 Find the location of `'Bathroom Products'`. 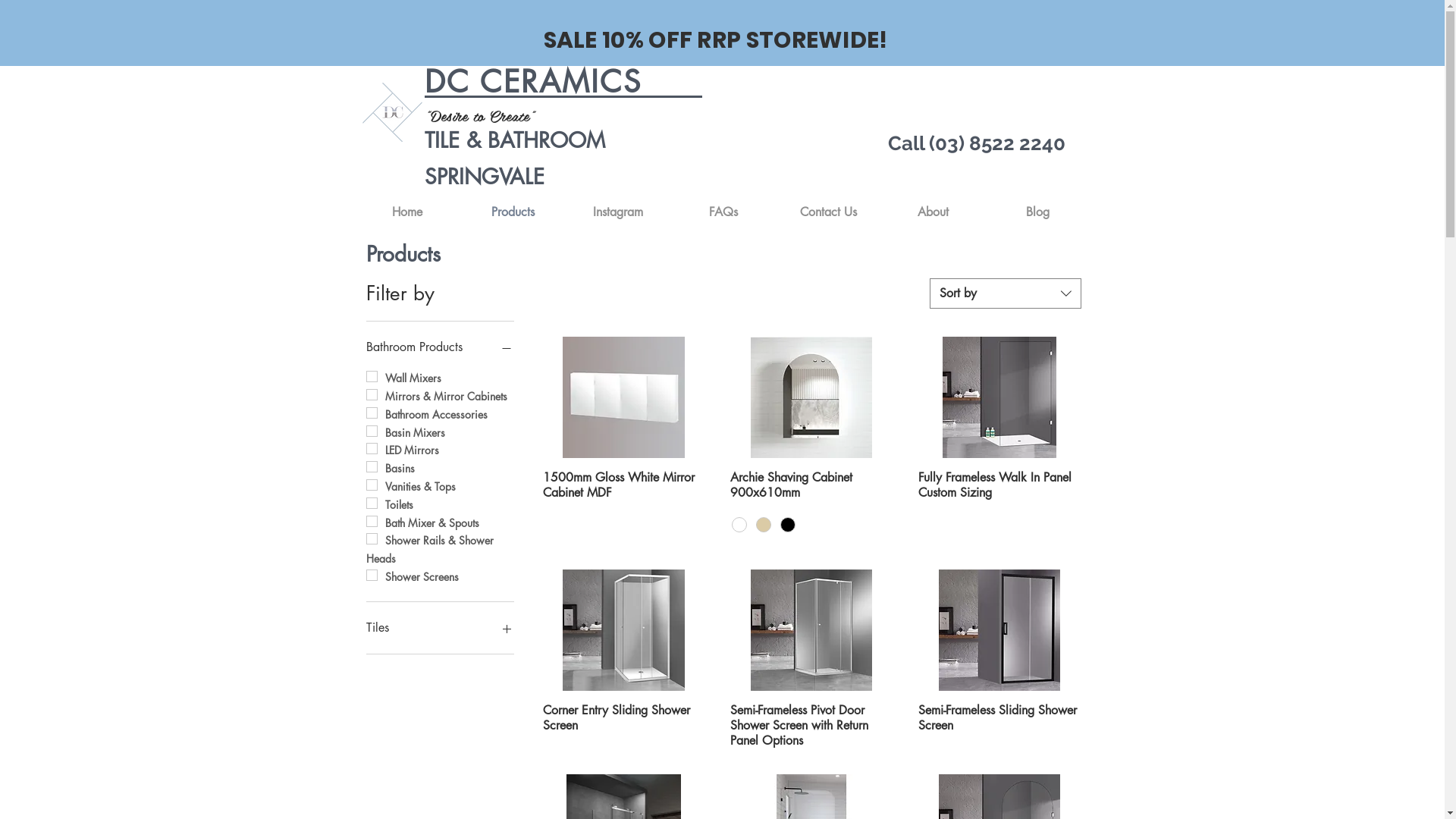

'Bathroom Products' is located at coordinates (438, 347).